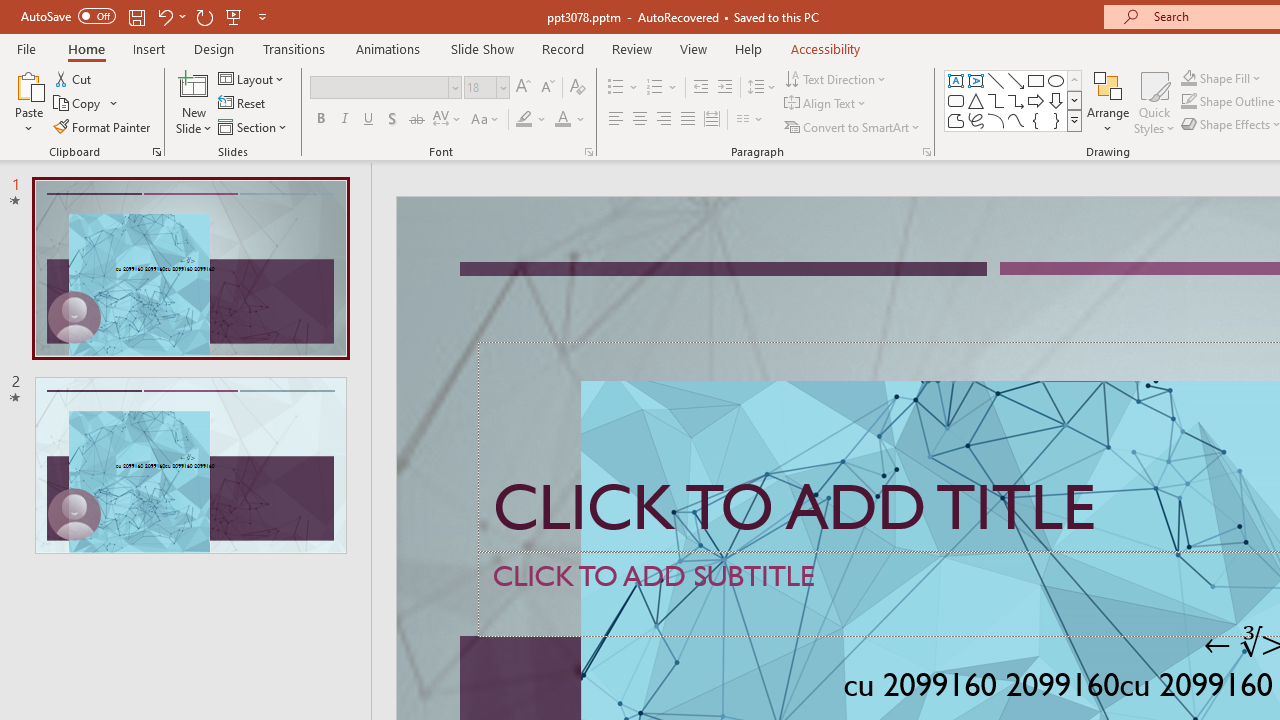  Describe the element at coordinates (976, 80) in the screenshot. I see `'Vertical Text Box'` at that location.